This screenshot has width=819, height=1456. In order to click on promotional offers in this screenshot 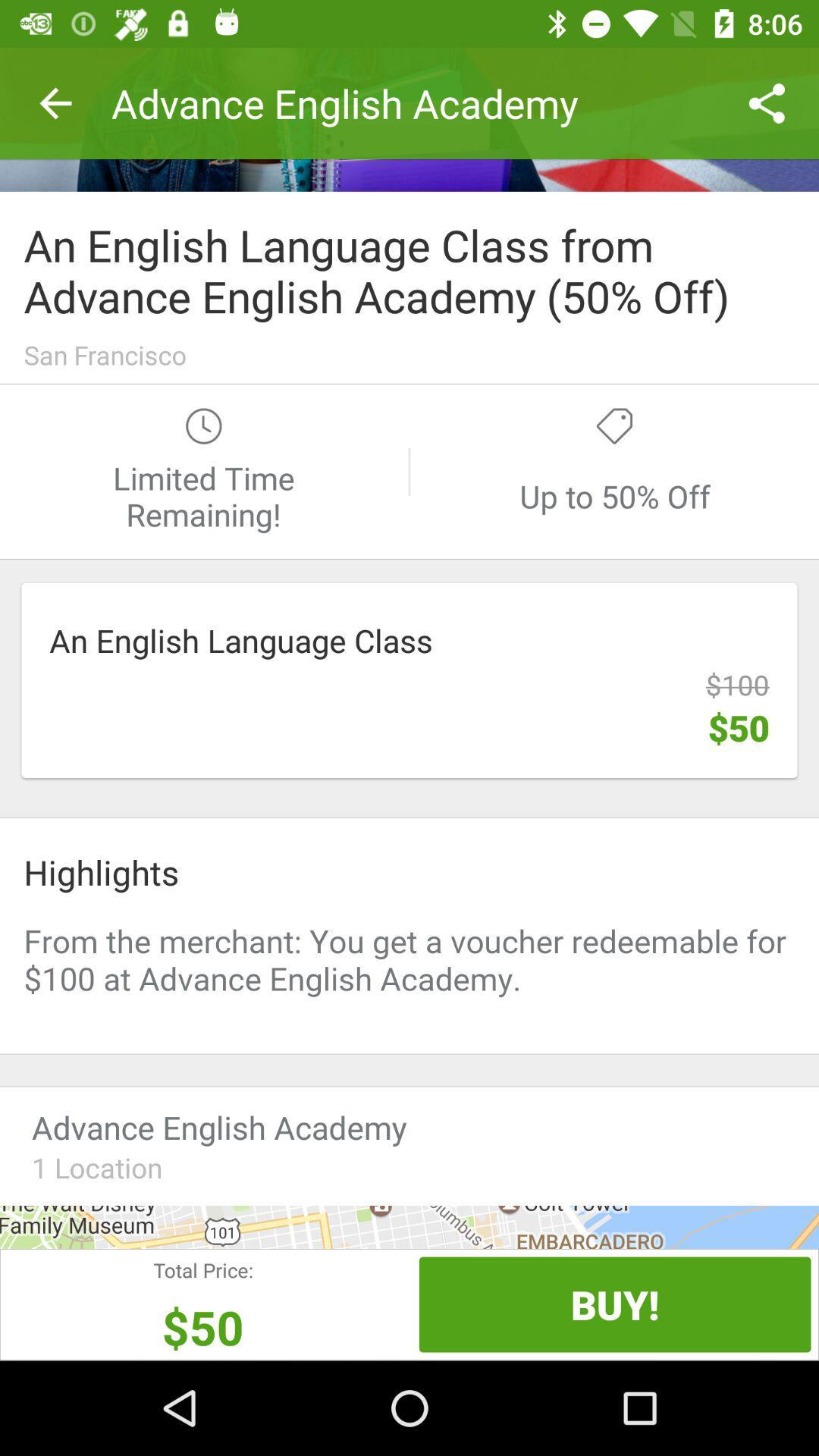, I will do `click(409, 966)`.